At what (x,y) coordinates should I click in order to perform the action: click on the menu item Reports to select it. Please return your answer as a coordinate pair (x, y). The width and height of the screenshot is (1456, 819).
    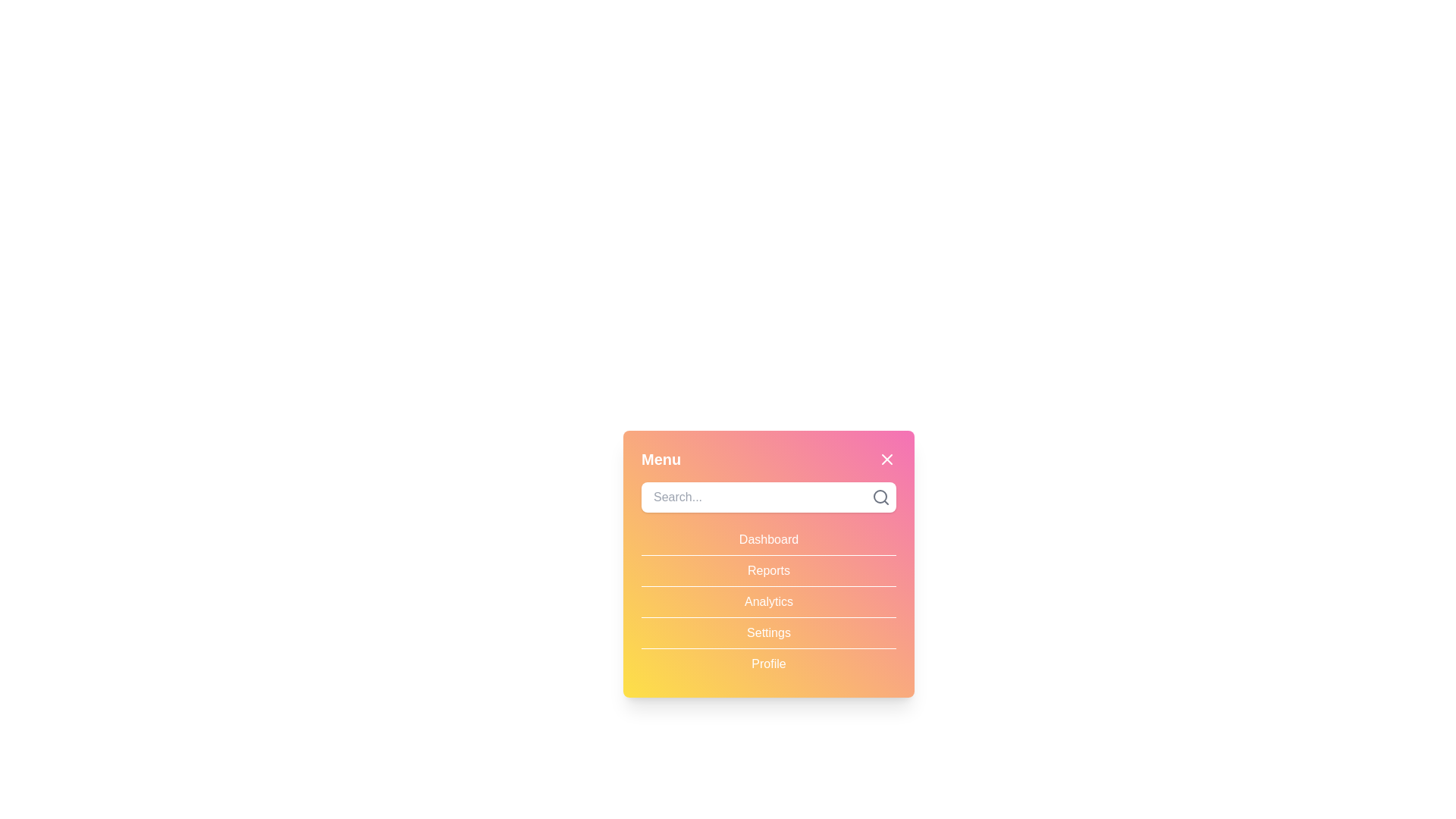
    Looking at the image, I should click on (768, 570).